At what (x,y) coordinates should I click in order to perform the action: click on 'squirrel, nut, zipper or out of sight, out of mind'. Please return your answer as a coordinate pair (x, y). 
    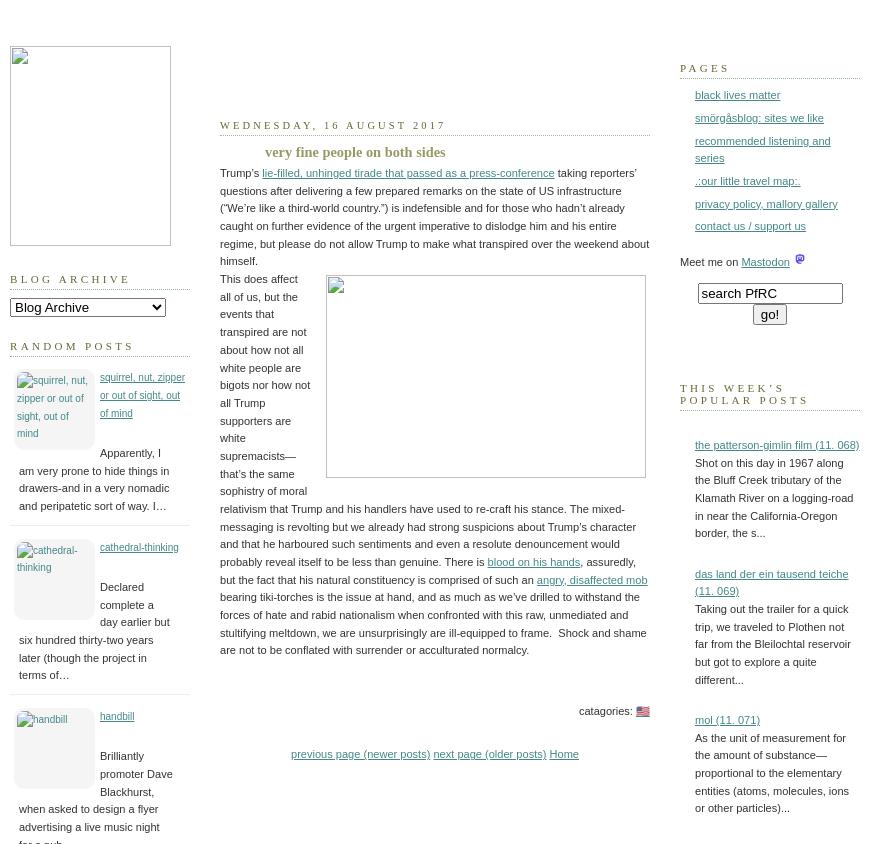
    Looking at the image, I should click on (141, 394).